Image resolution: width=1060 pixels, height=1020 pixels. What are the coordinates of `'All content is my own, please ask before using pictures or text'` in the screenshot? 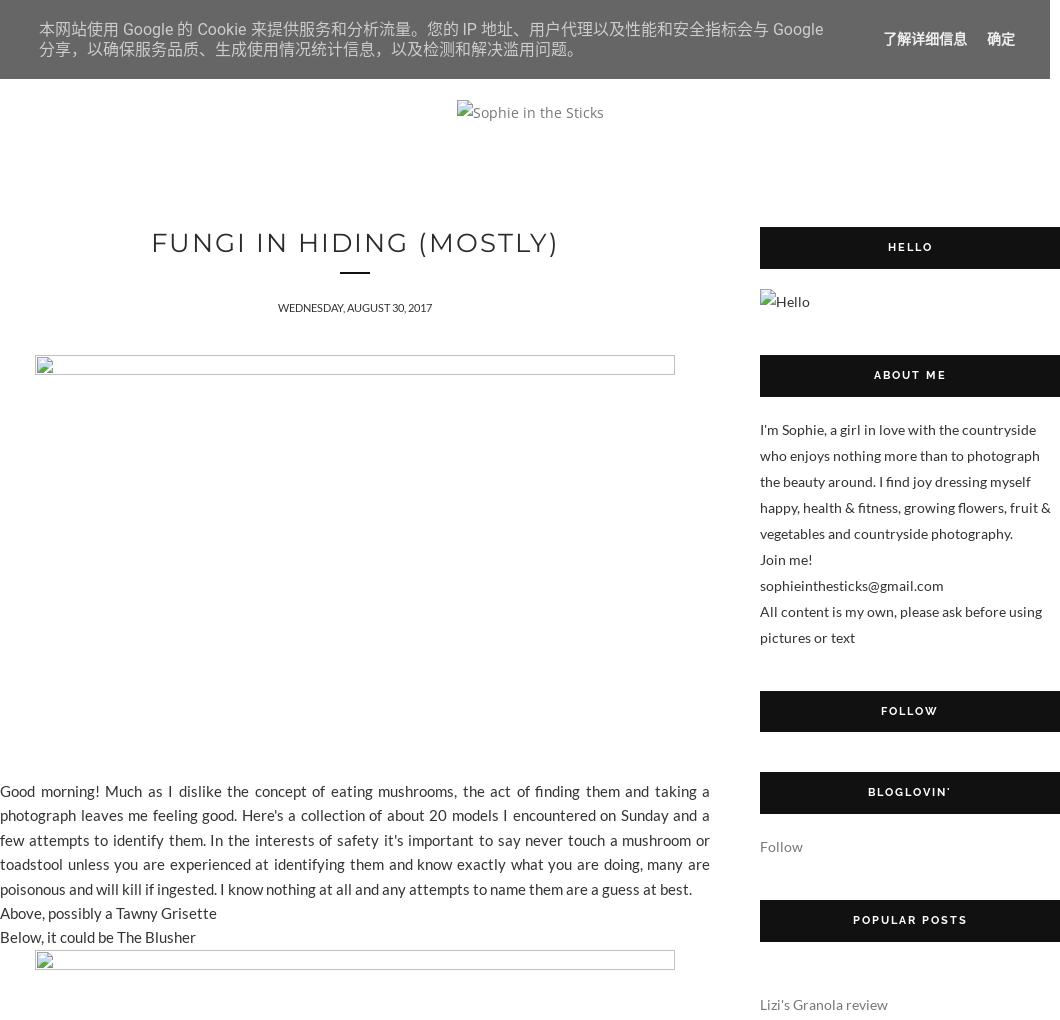 It's located at (901, 622).